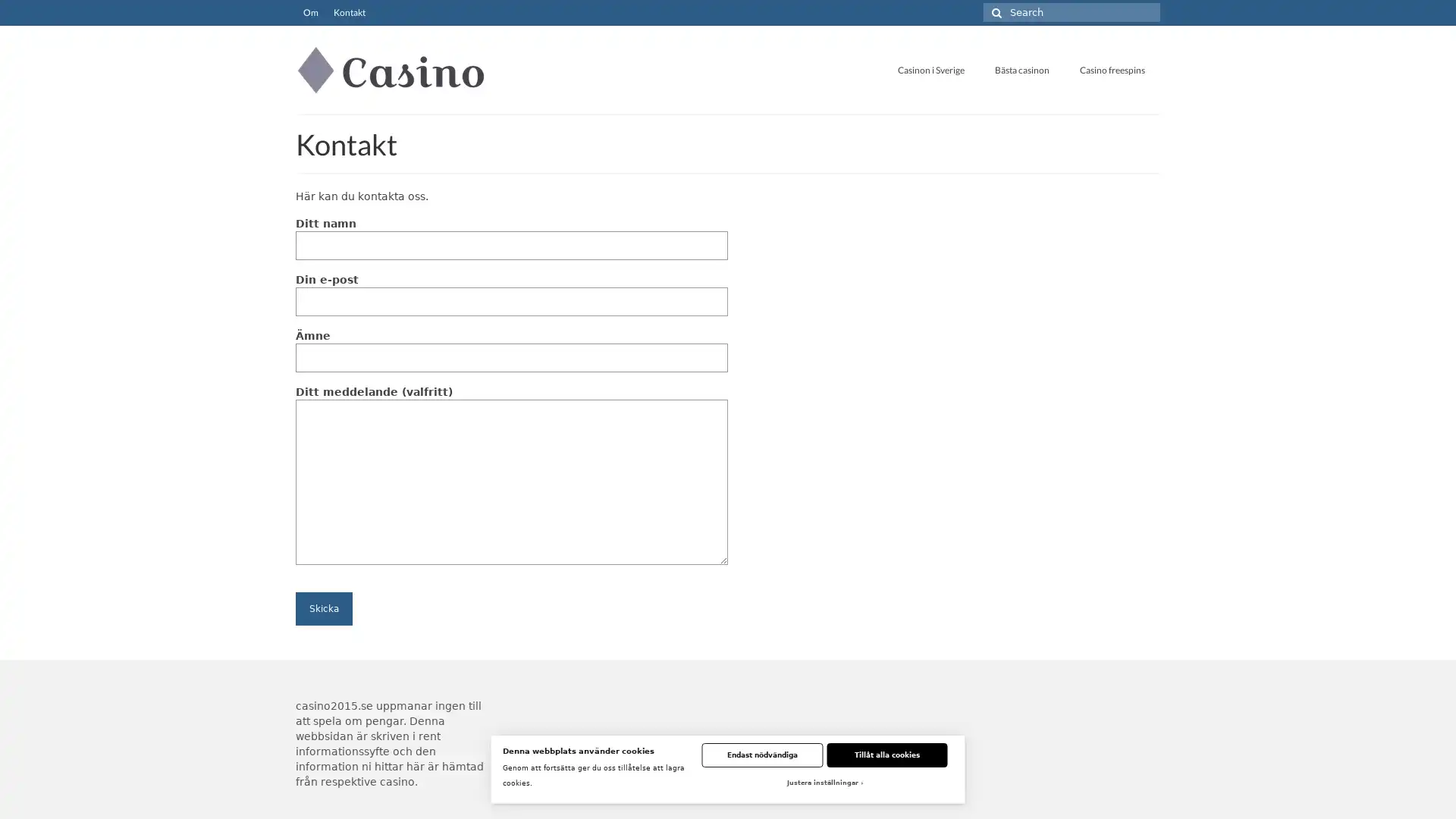 The height and width of the screenshot is (819, 1456). Describe the element at coordinates (886, 755) in the screenshot. I see `Tillat alla cookies` at that location.